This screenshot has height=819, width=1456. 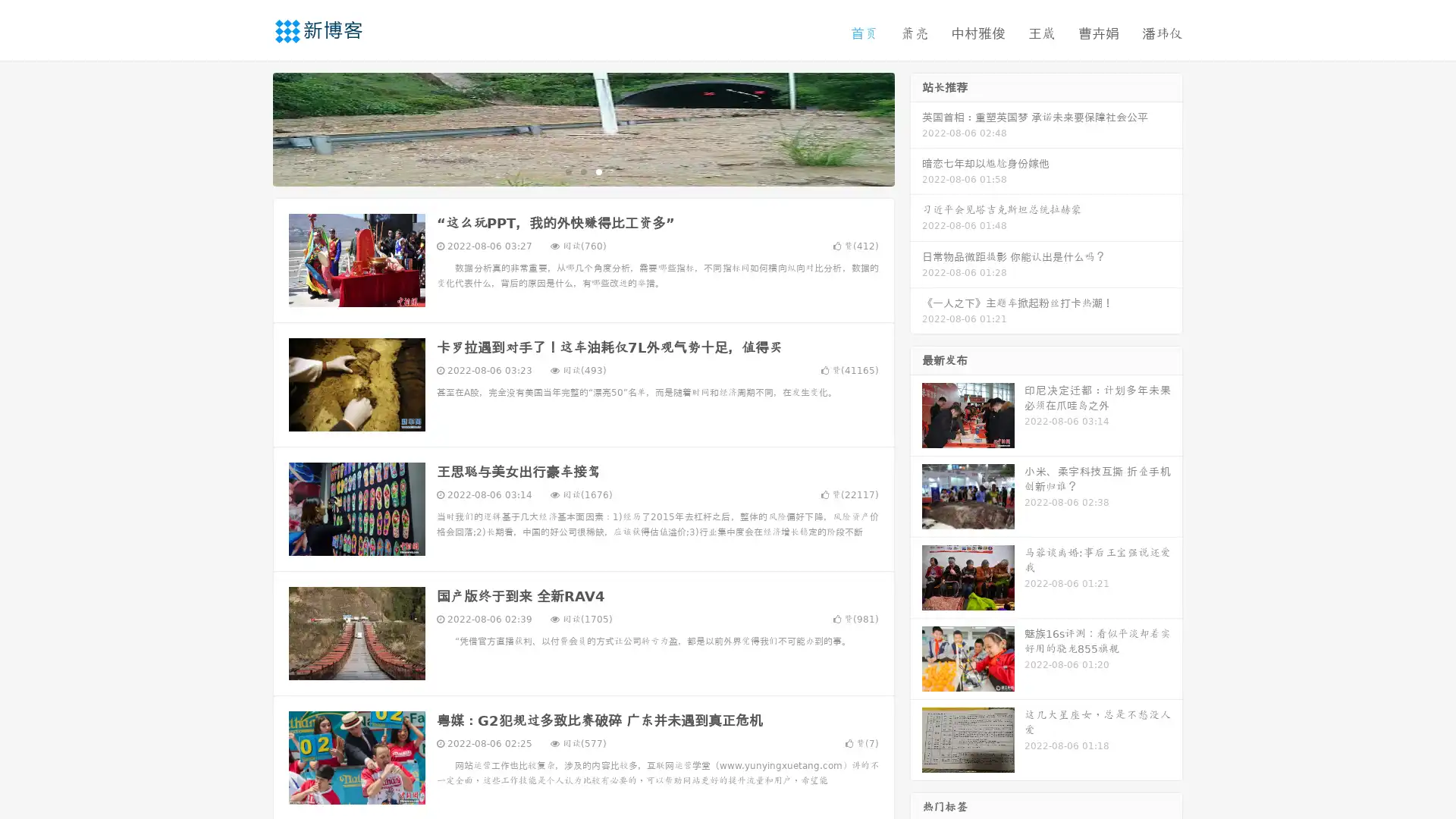 I want to click on Previous slide, so click(x=250, y=127).